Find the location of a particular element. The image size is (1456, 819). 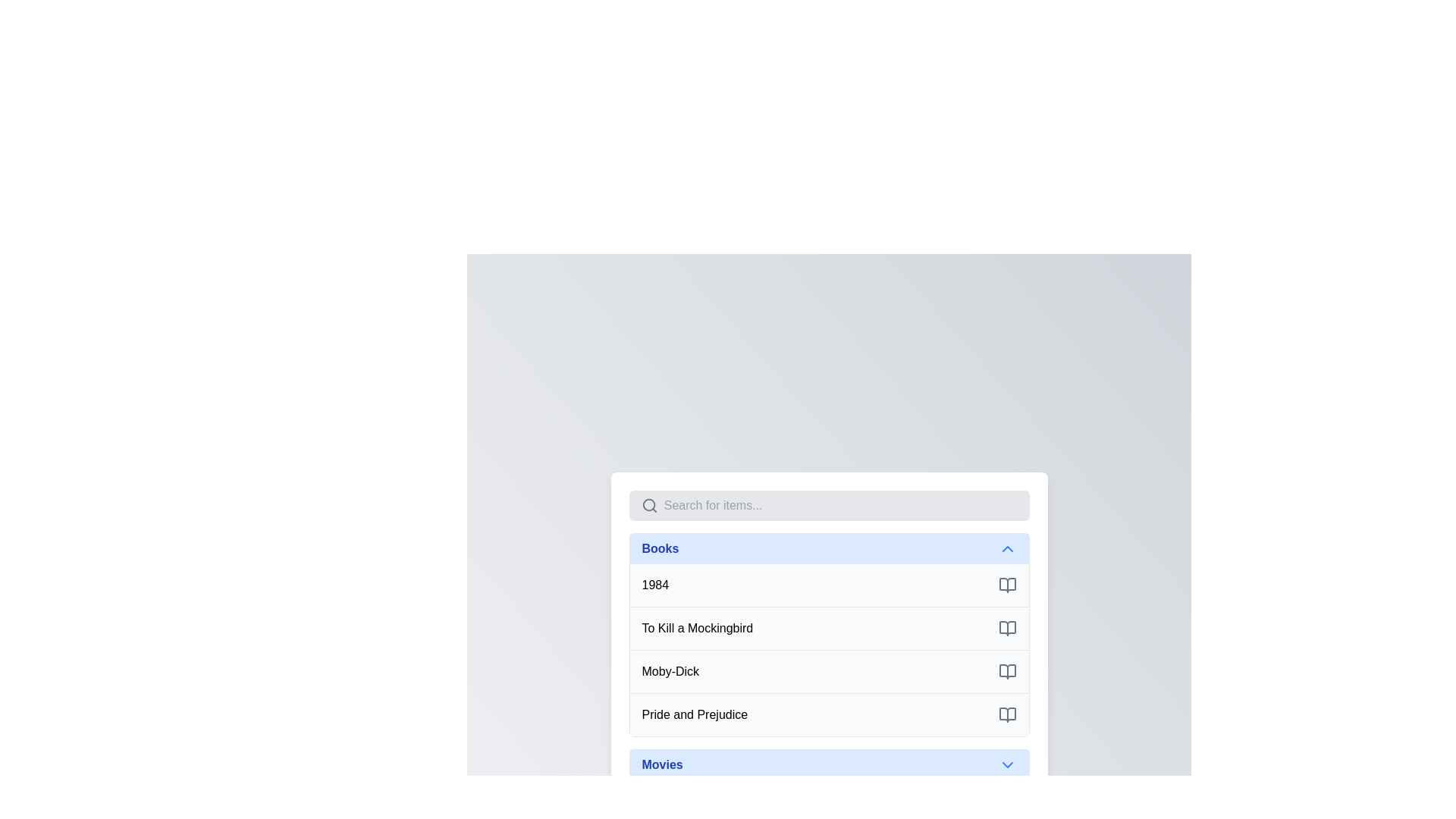

the open book icon located in the 'Books' section, positioned in the same row as the title 'Moby-Dick' is located at coordinates (1007, 670).